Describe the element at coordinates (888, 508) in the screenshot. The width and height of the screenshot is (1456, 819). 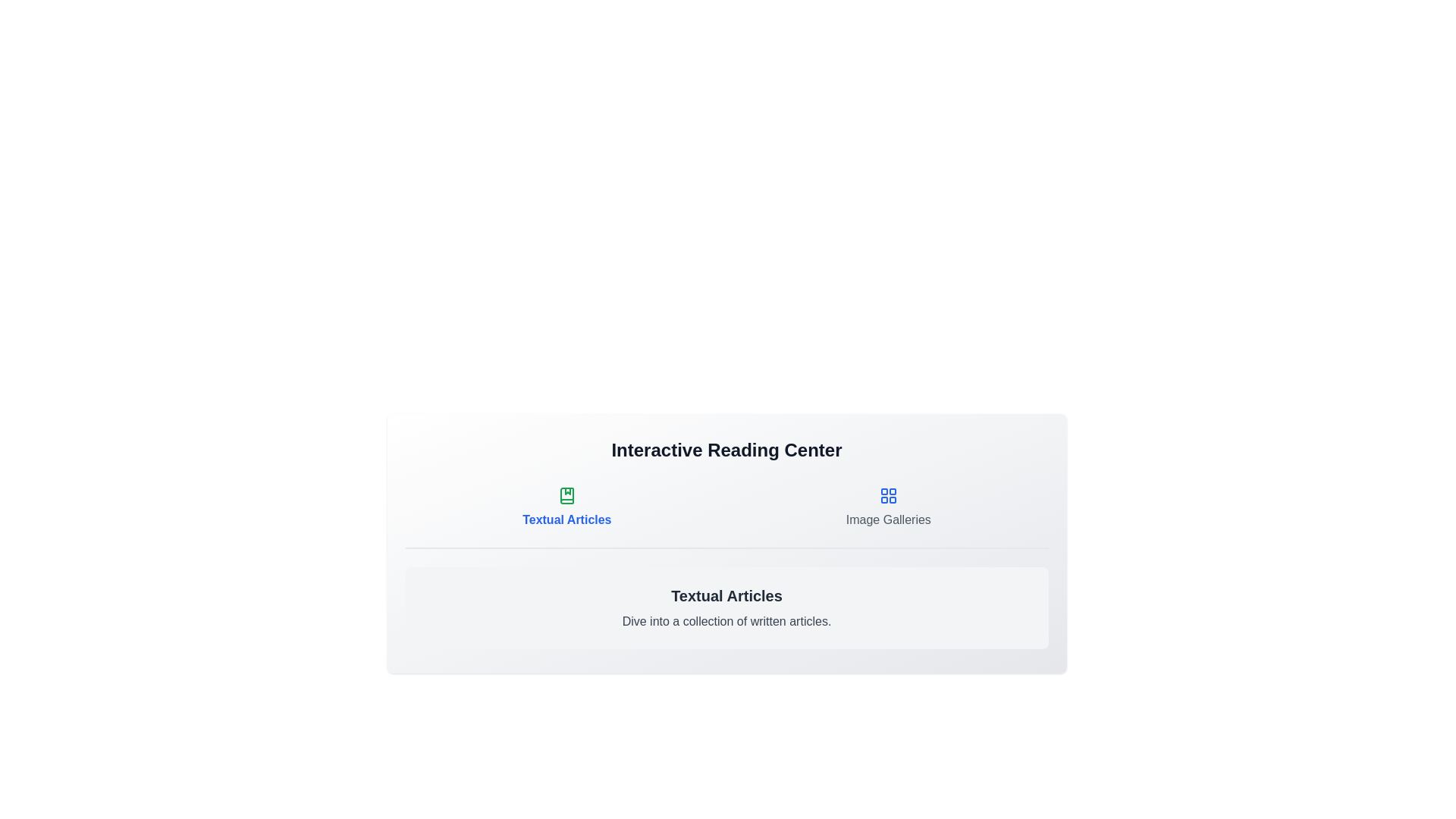
I see `the tab corresponding to Image Galleries` at that location.